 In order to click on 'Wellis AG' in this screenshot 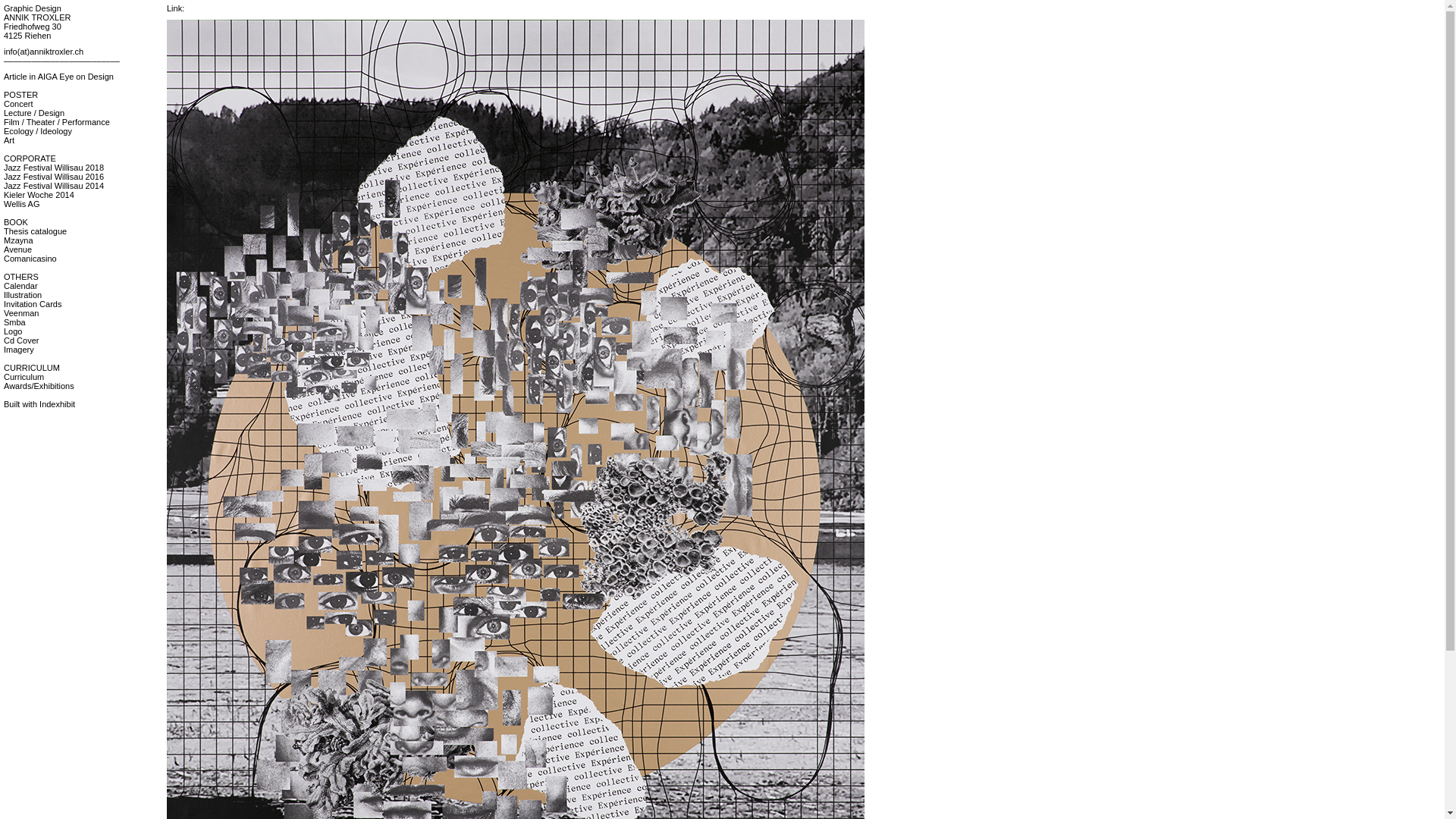, I will do `click(21, 203)`.